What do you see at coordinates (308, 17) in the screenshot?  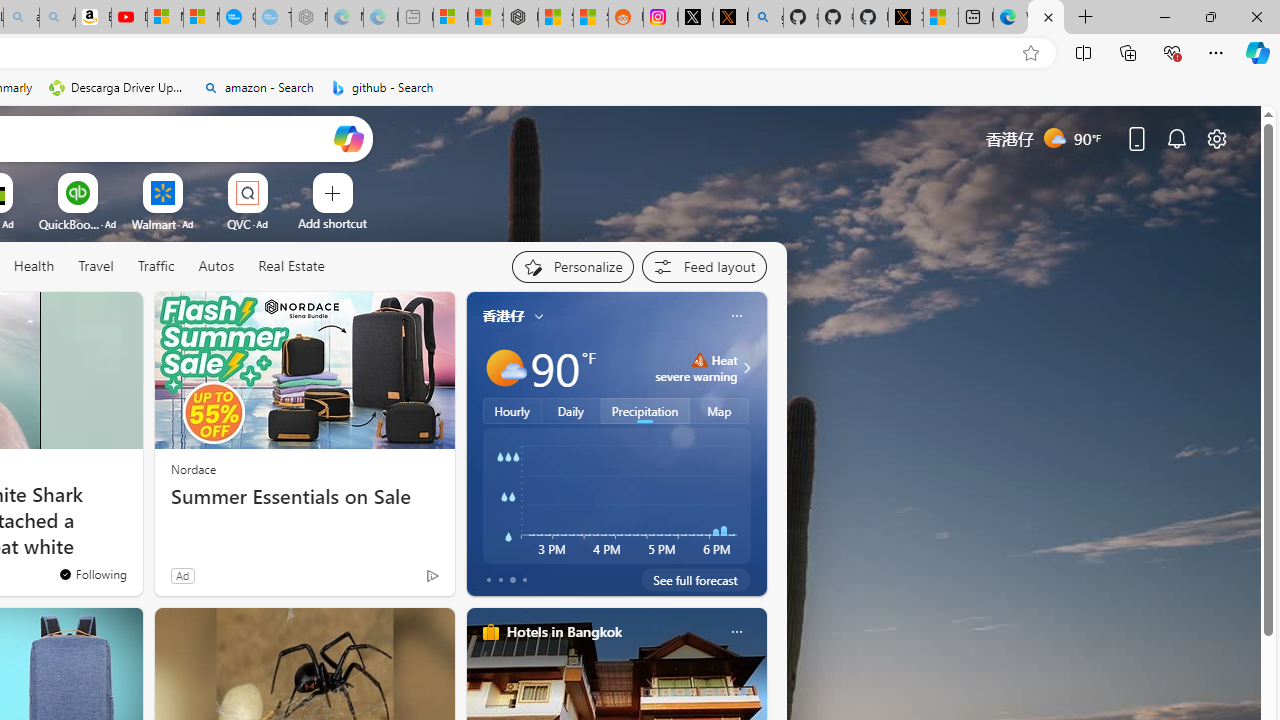 I see `'Nordace - Nordace has arrived Hong Kong - Sleeping'` at bounding box center [308, 17].